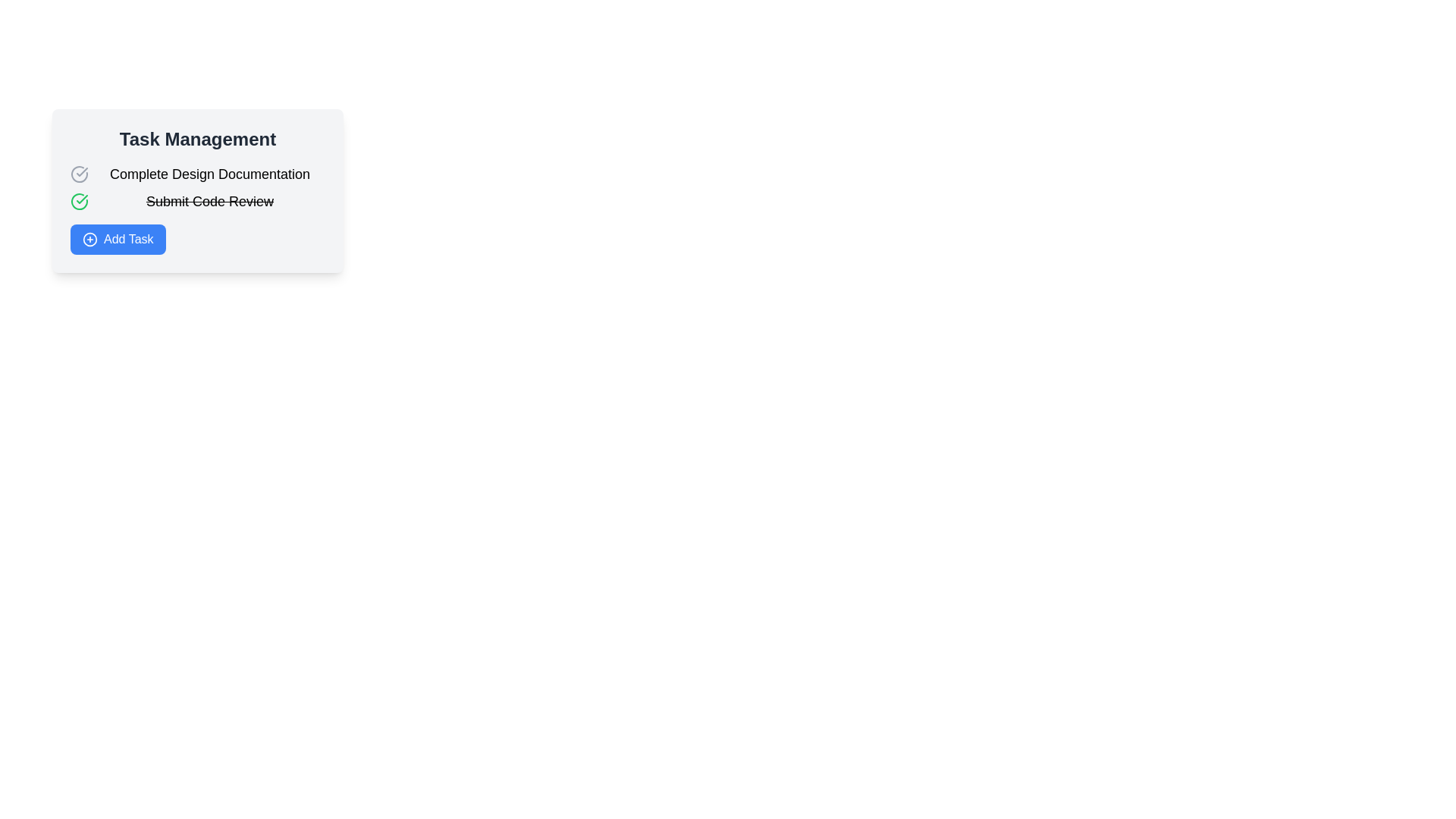 This screenshot has height=819, width=1456. I want to click on the SVG Circle with a blue border and white fill, located adjacent to the 'Add Task' button, so click(89, 239).